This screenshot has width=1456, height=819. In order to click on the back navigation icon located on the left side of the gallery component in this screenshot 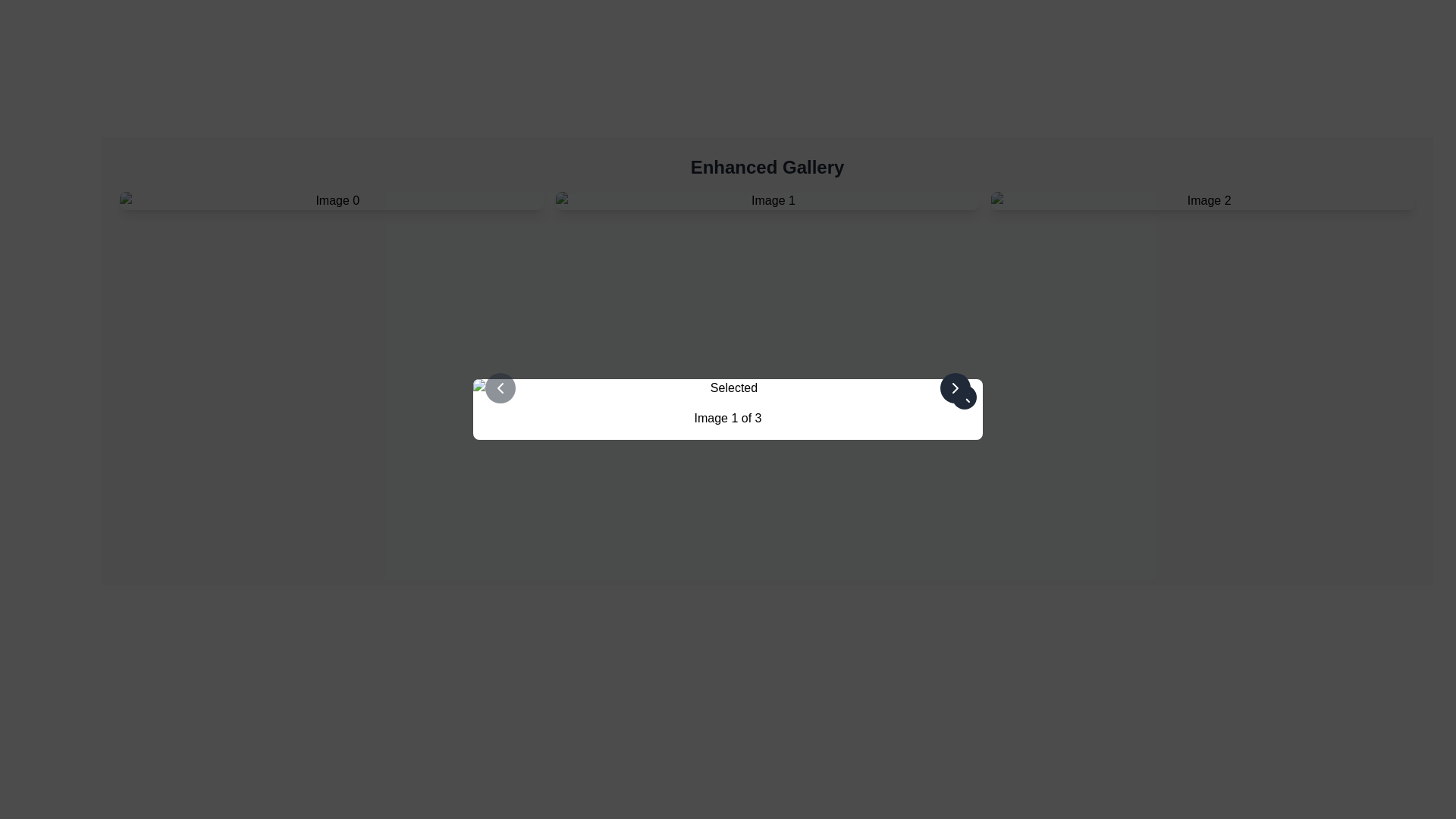, I will do `click(500, 388)`.